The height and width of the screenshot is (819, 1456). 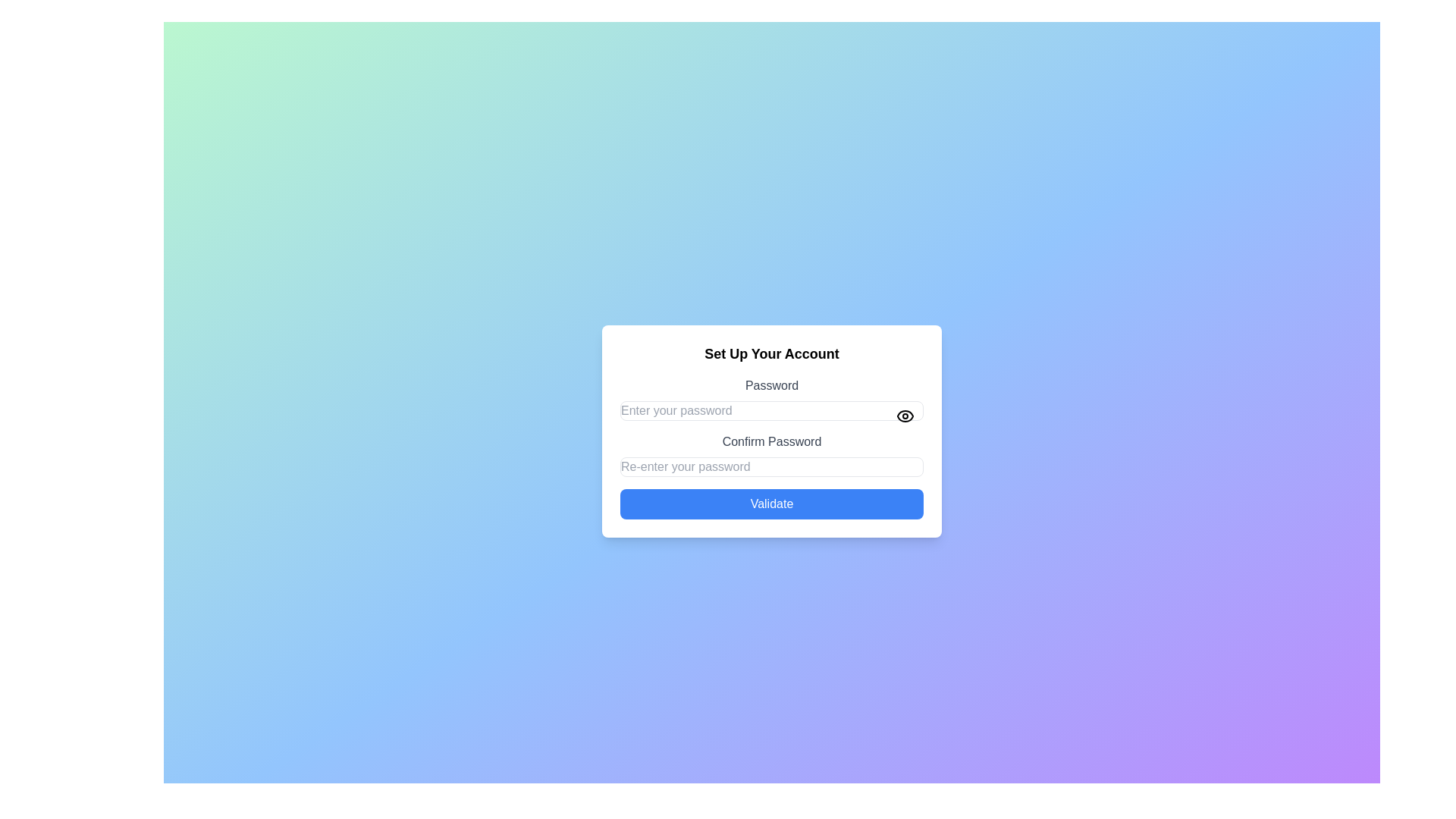 What do you see at coordinates (771, 353) in the screenshot?
I see `the heading text that serves as the title for the account setup form, located at the top of the form above the password input` at bounding box center [771, 353].